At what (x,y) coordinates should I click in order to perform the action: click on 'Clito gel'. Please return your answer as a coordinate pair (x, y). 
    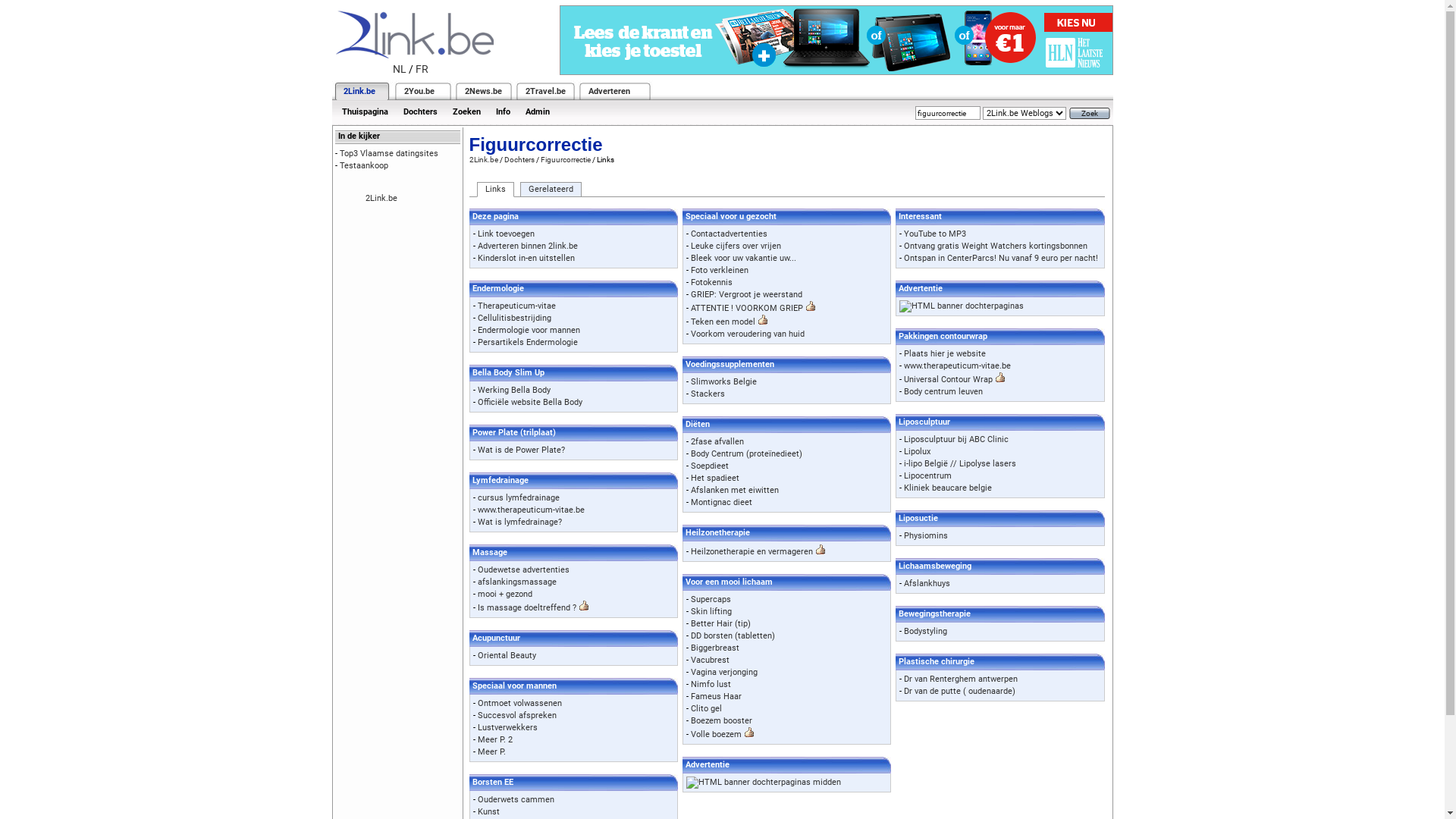
    Looking at the image, I should click on (705, 708).